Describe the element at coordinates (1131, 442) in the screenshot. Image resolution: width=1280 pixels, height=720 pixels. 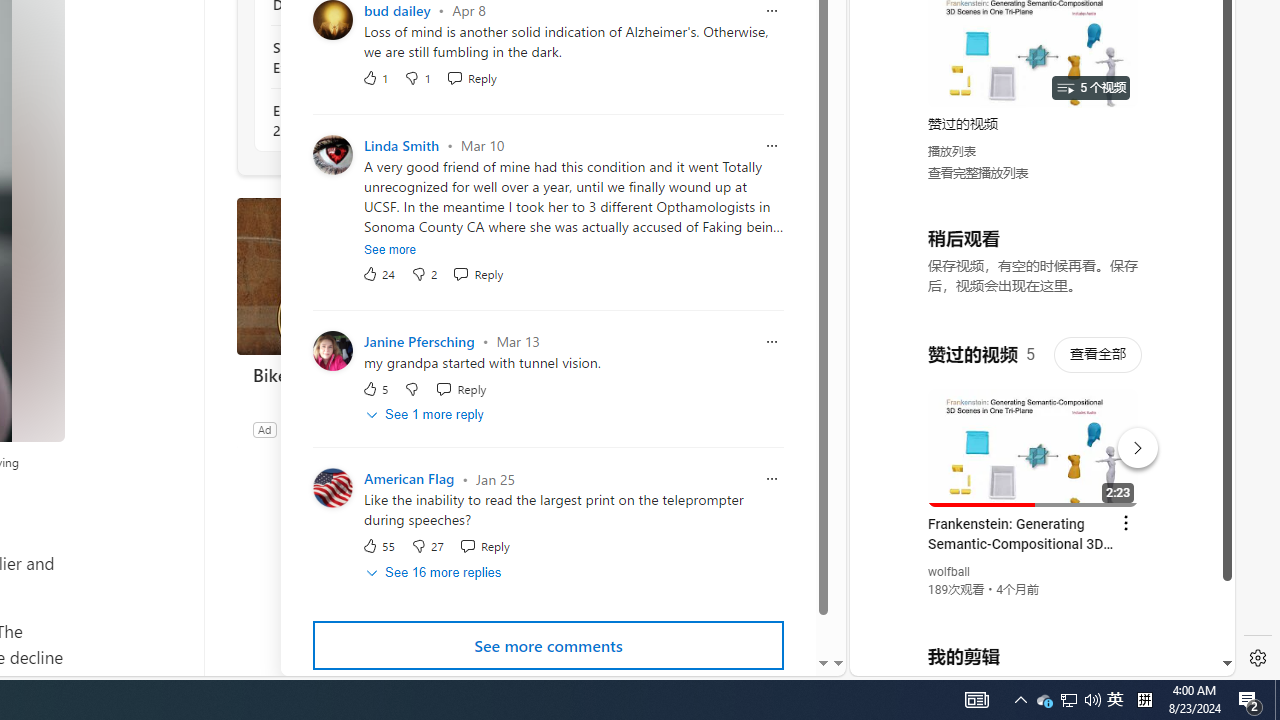
I see `'Actions for this site'` at that location.